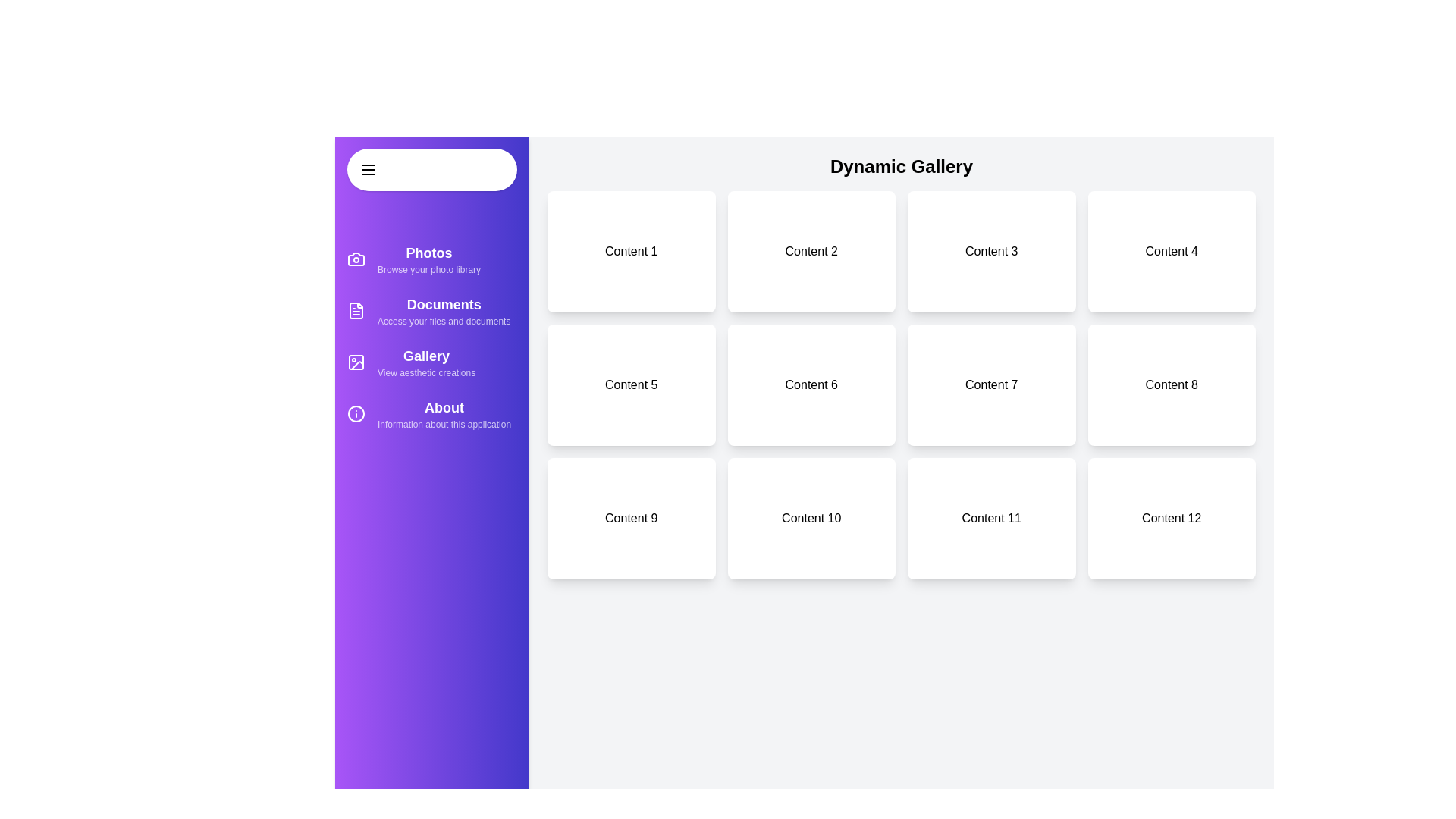  What do you see at coordinates (431, 362) in the screenshot?
I see `the category item labeled 'Gallery' to observe its hover effect` at bounding box center [431, 362].